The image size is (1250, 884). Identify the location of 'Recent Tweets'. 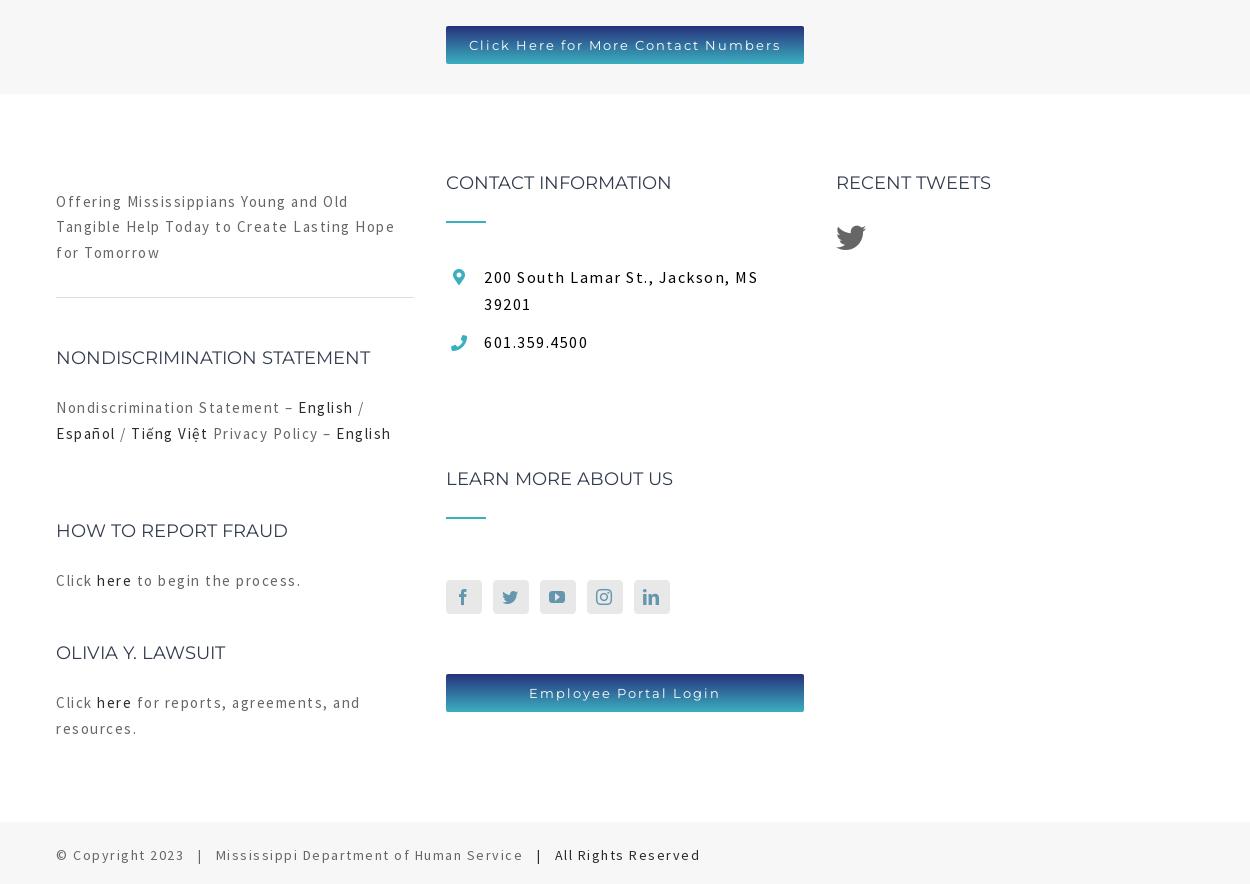
(912, 182).